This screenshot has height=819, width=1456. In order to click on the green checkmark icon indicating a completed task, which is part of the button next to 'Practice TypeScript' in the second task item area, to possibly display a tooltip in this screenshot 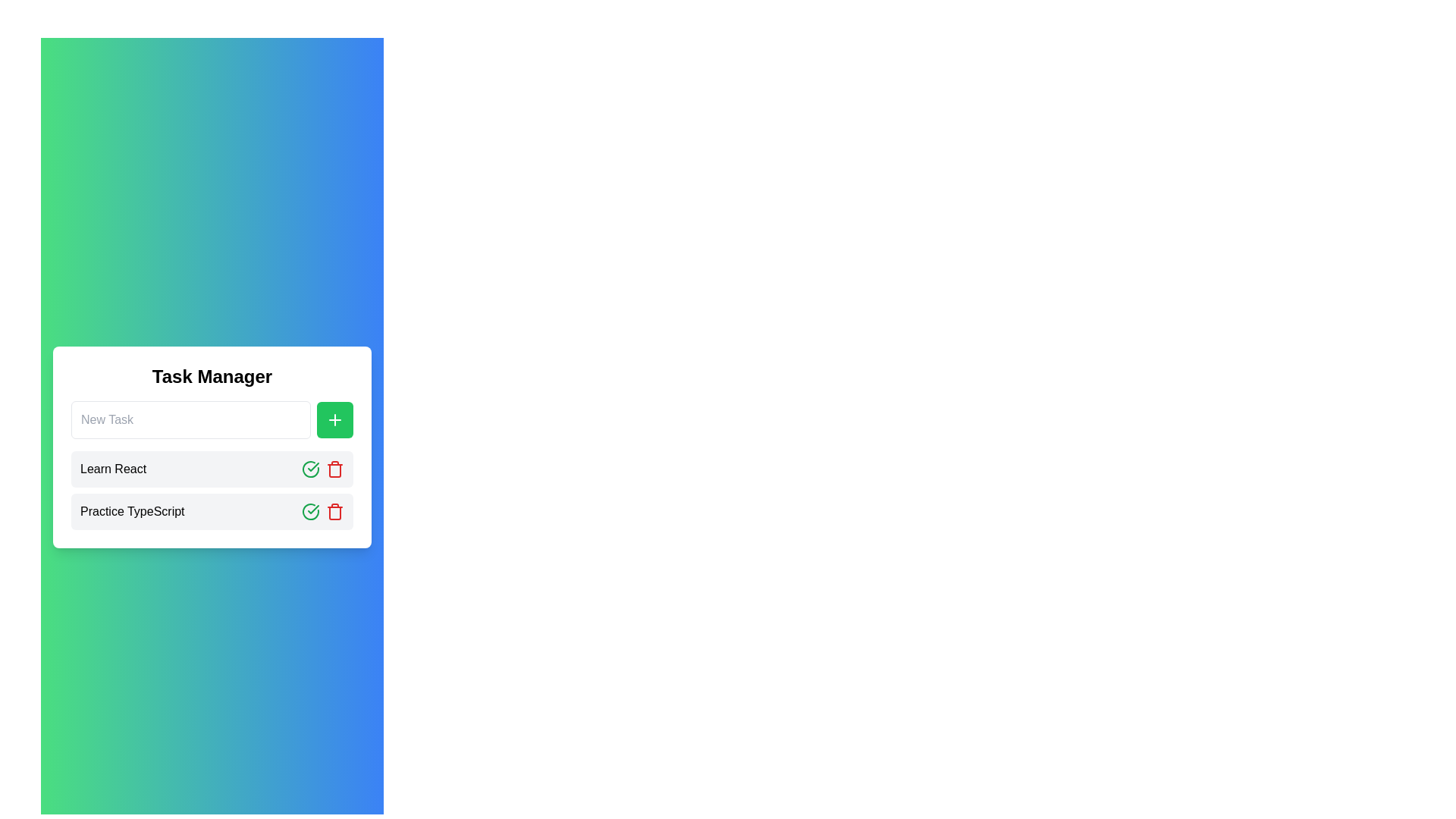, I will do `click(312, 466)`.